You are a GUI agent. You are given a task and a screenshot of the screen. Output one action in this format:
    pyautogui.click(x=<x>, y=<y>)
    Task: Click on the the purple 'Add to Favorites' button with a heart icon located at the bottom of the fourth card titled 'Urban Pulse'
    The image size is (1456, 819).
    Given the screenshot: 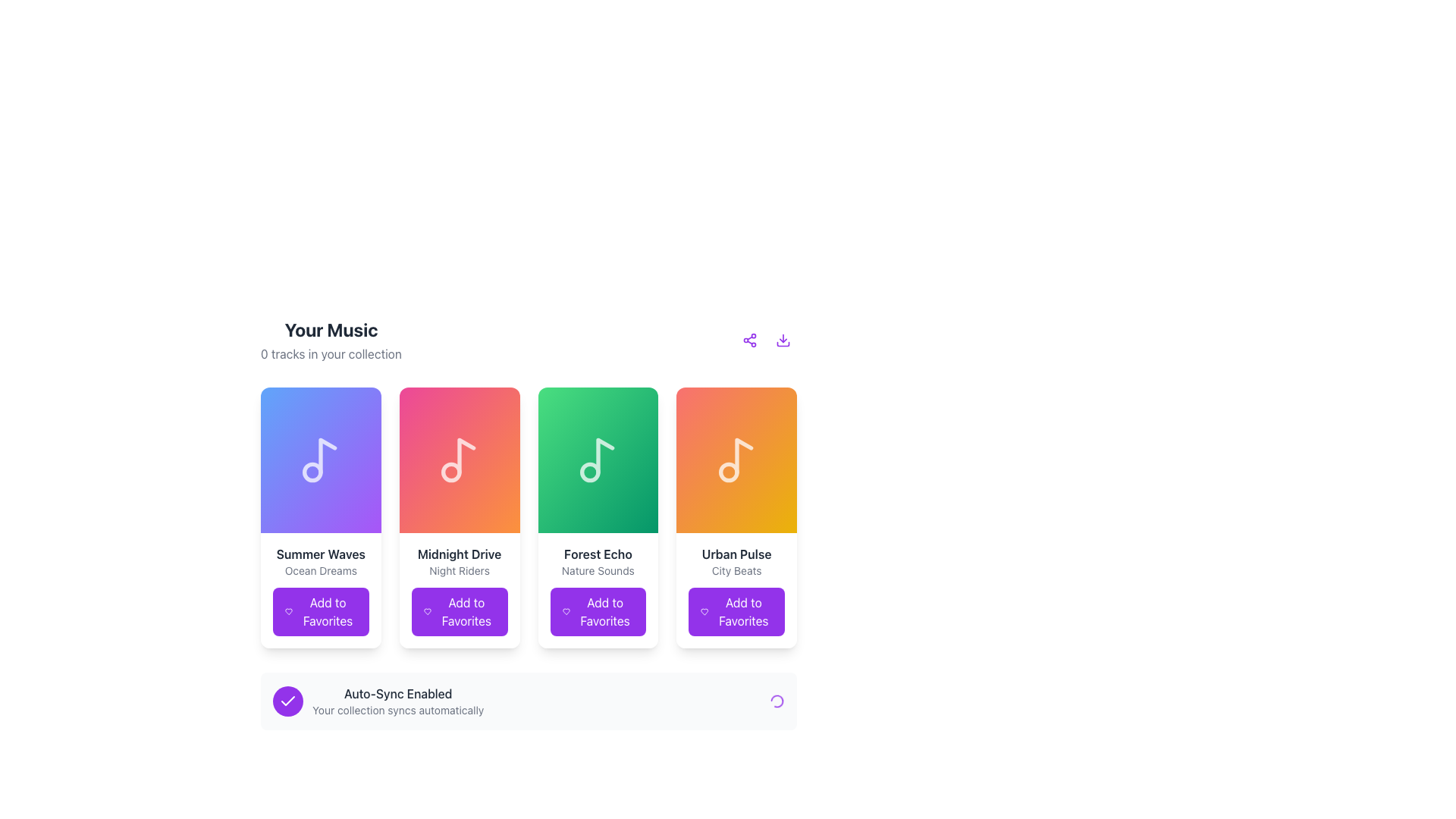 What is the action you would take?
    pyautogui.click(x=736, y=610)
    